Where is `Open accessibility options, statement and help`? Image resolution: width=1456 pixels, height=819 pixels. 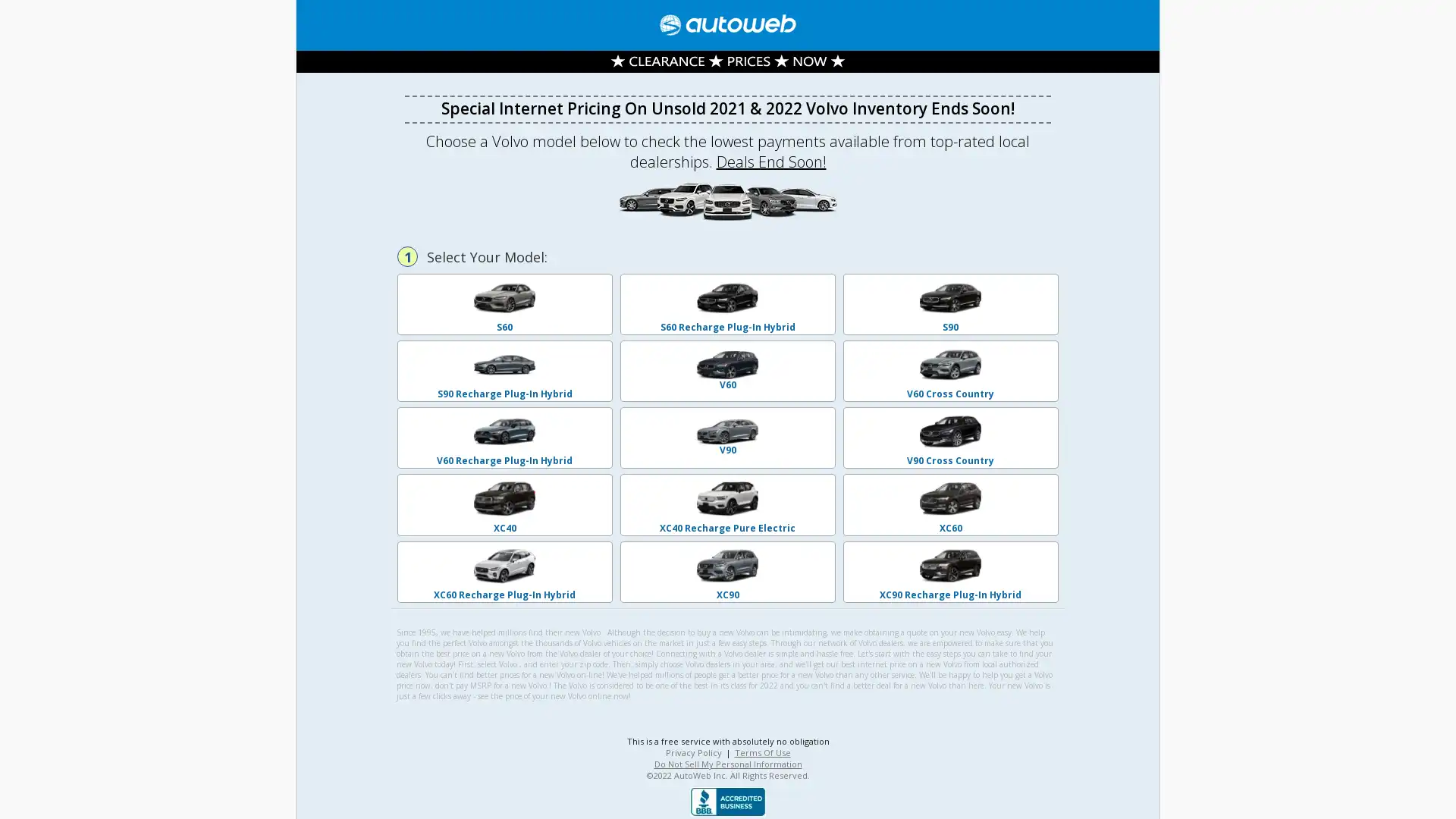
Open accessibility options, statement and help is located at coordinates (32, 786).